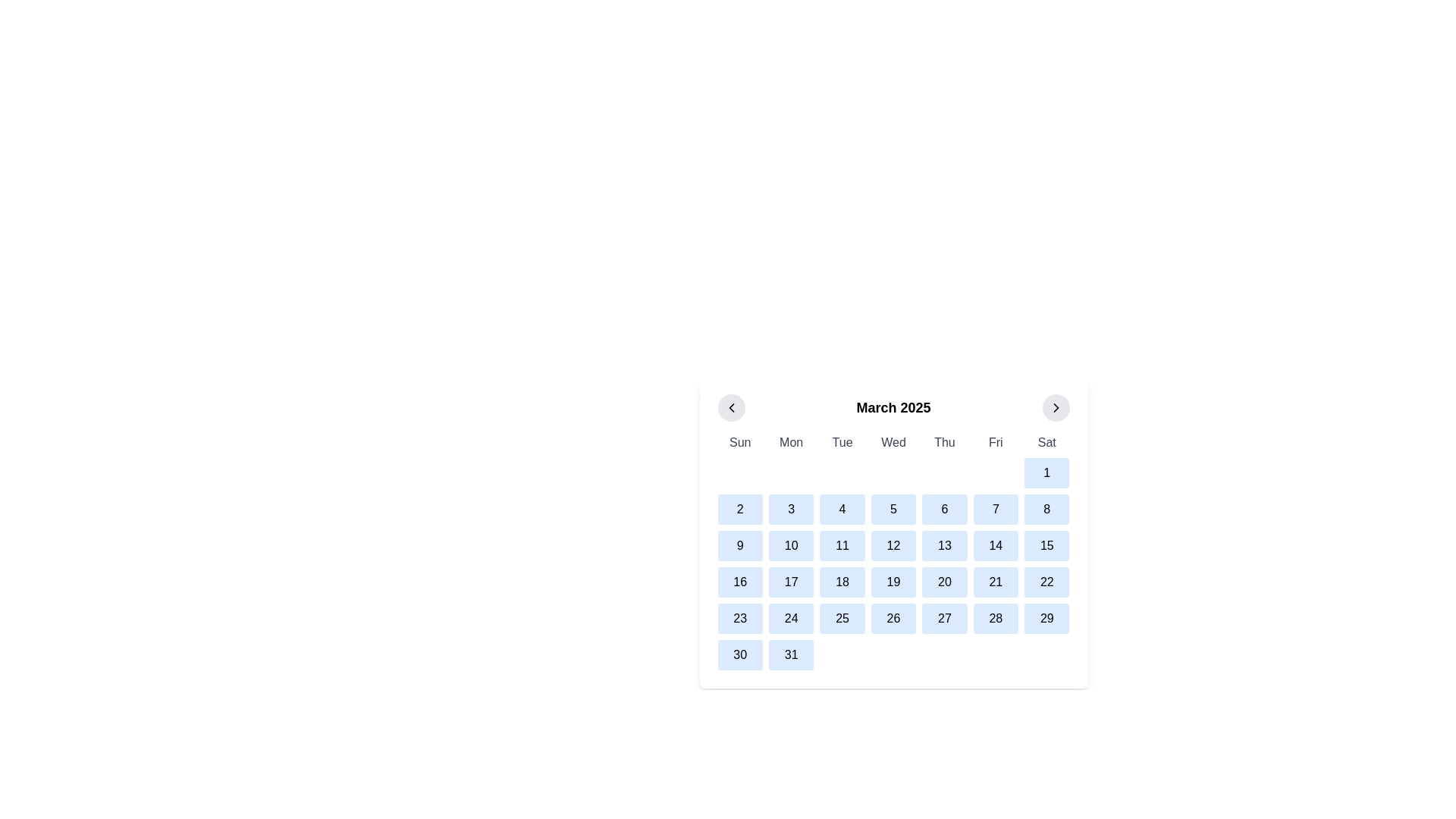 Image resolution: width=1456 pixels, height=819 pixels. What do you see at coordinates (996, 472) in the screenshot?
I see `the small black circular marker located in the calendar grid under the 'Fri' column` at bounding box center [996, 472].